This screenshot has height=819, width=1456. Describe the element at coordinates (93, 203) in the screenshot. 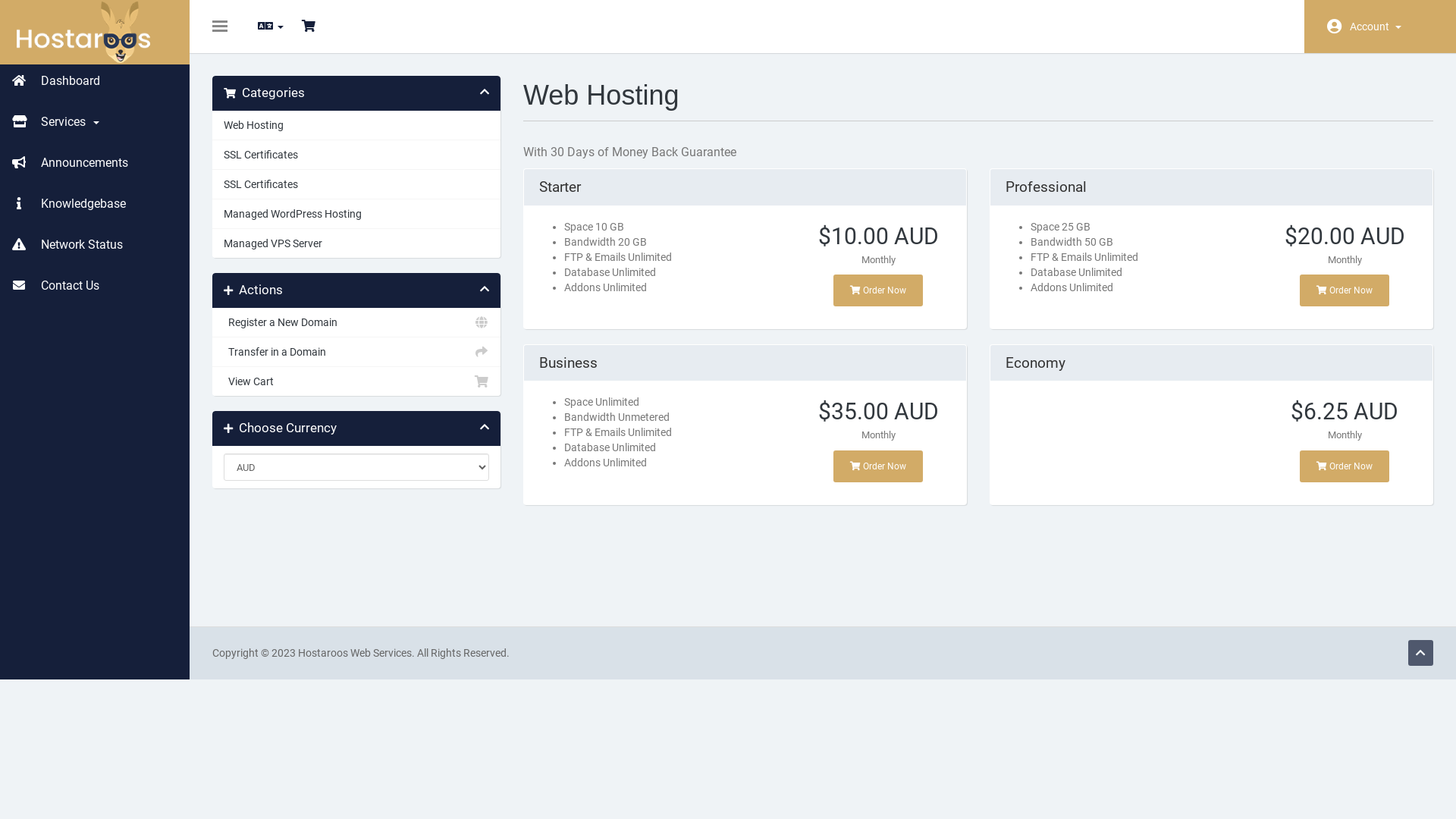

I see `'Knowledgebase'` at that location.